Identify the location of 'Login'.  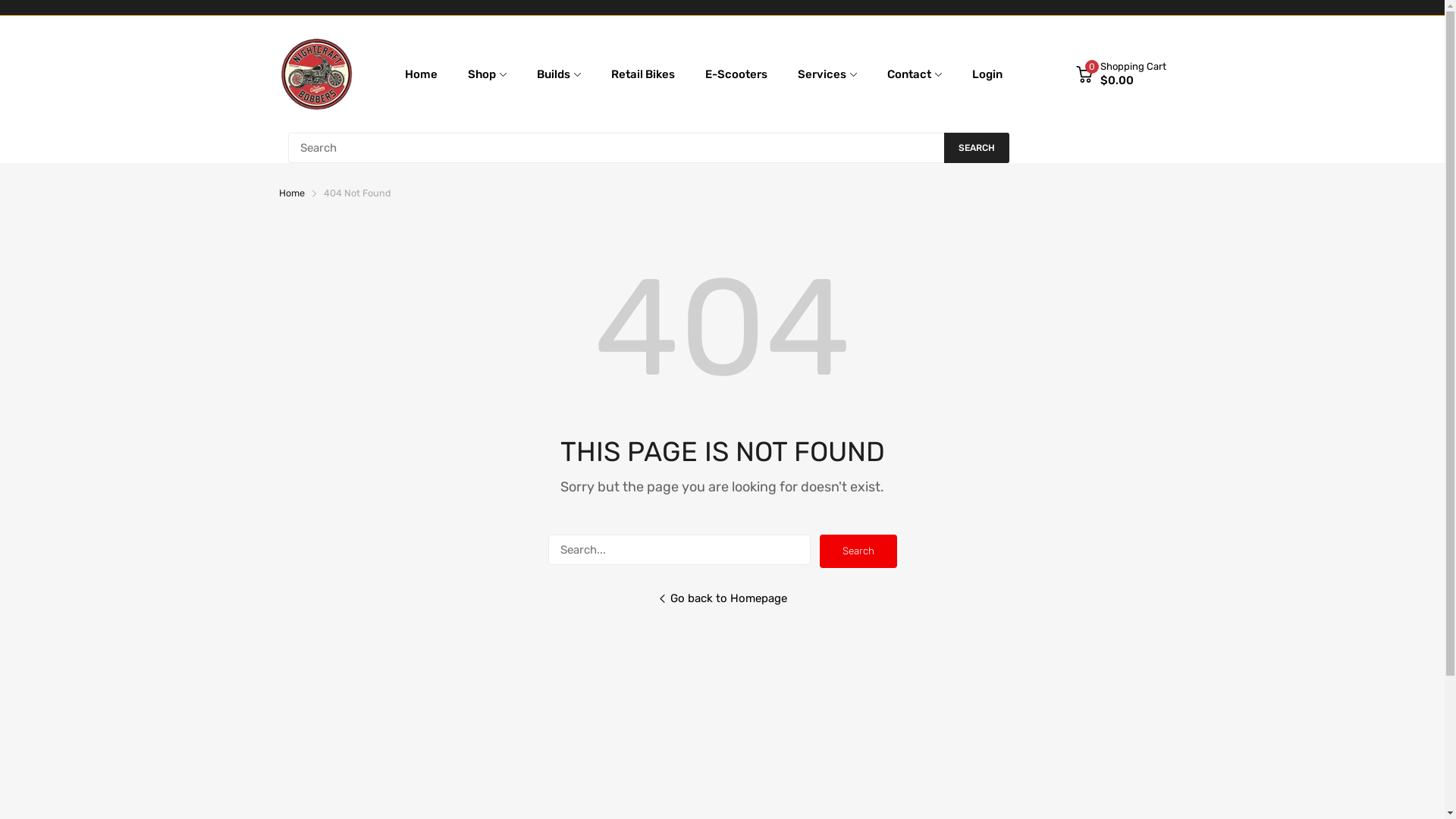
(971, 74).